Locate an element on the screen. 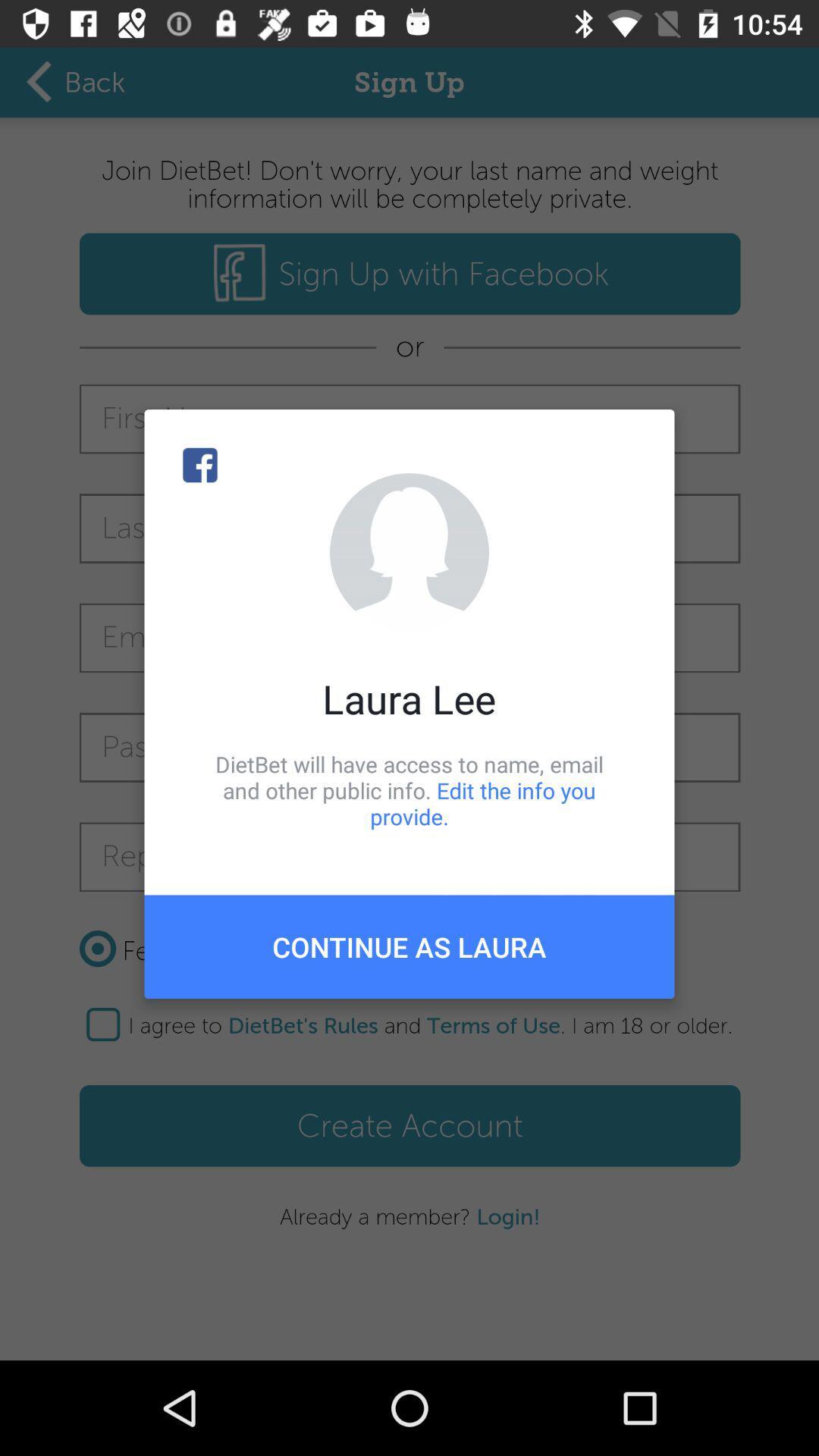 The width and height of the screenshot is (819, 1456). the dietbet will have item is located at coordinates (409, 789).